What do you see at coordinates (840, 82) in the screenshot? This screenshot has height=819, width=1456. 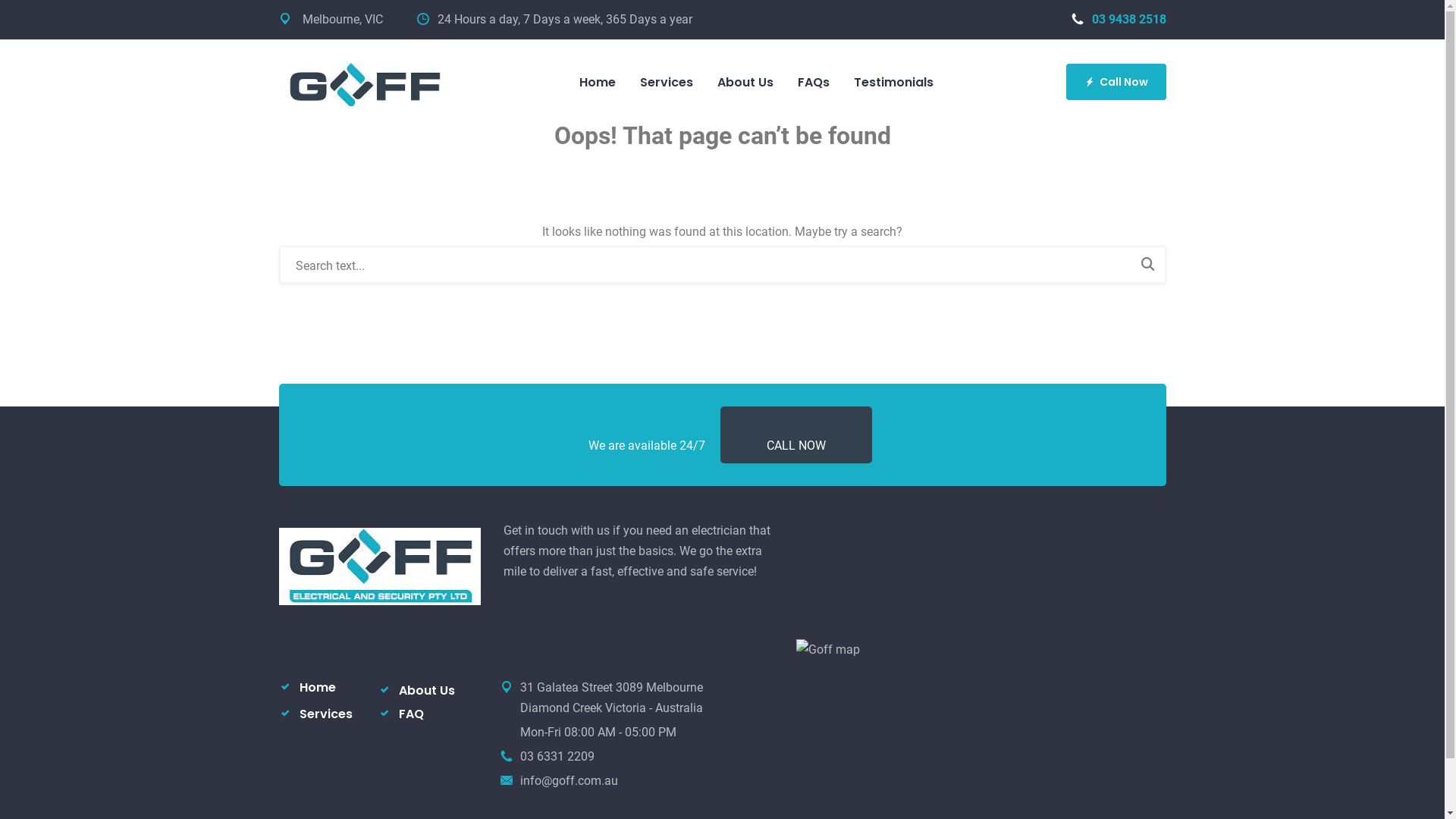 I see `'Testimonials'` at bounding box center [840, 82].